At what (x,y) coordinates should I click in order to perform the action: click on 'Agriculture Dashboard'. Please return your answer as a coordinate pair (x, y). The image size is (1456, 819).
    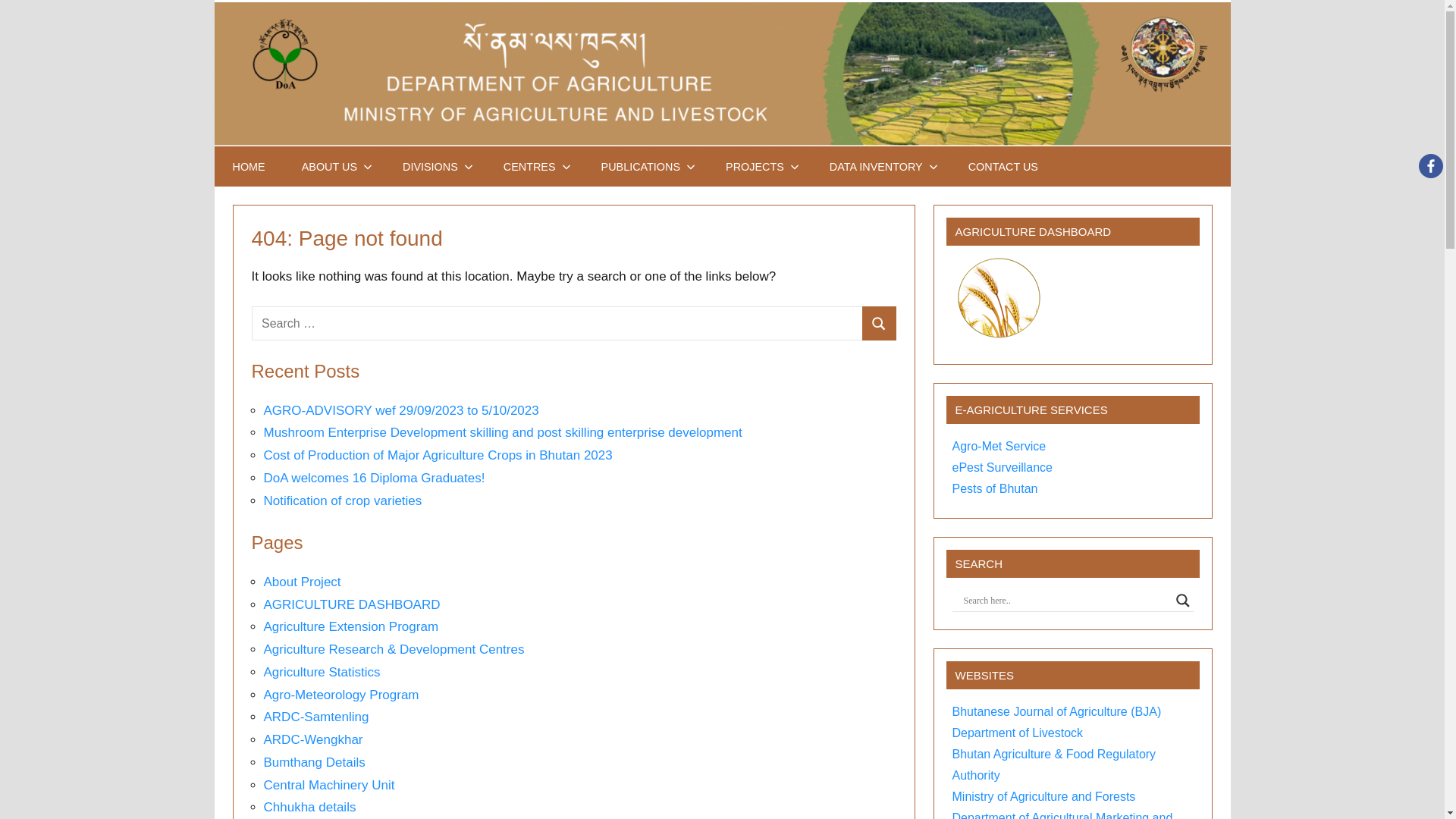
    Looking at the image, I should click on (999, 298).